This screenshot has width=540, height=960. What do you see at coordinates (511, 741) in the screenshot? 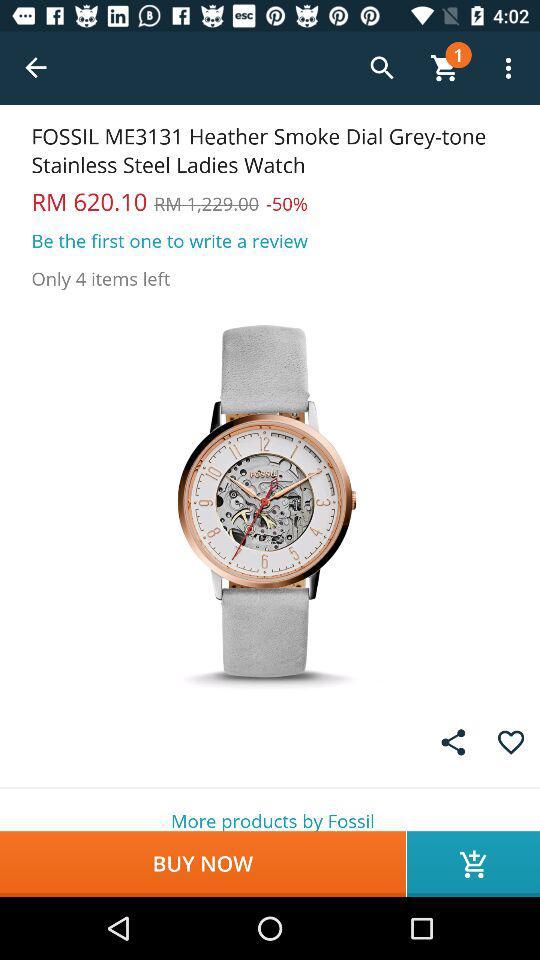
I see `emotion symbol` at bounding box center [511, 741].